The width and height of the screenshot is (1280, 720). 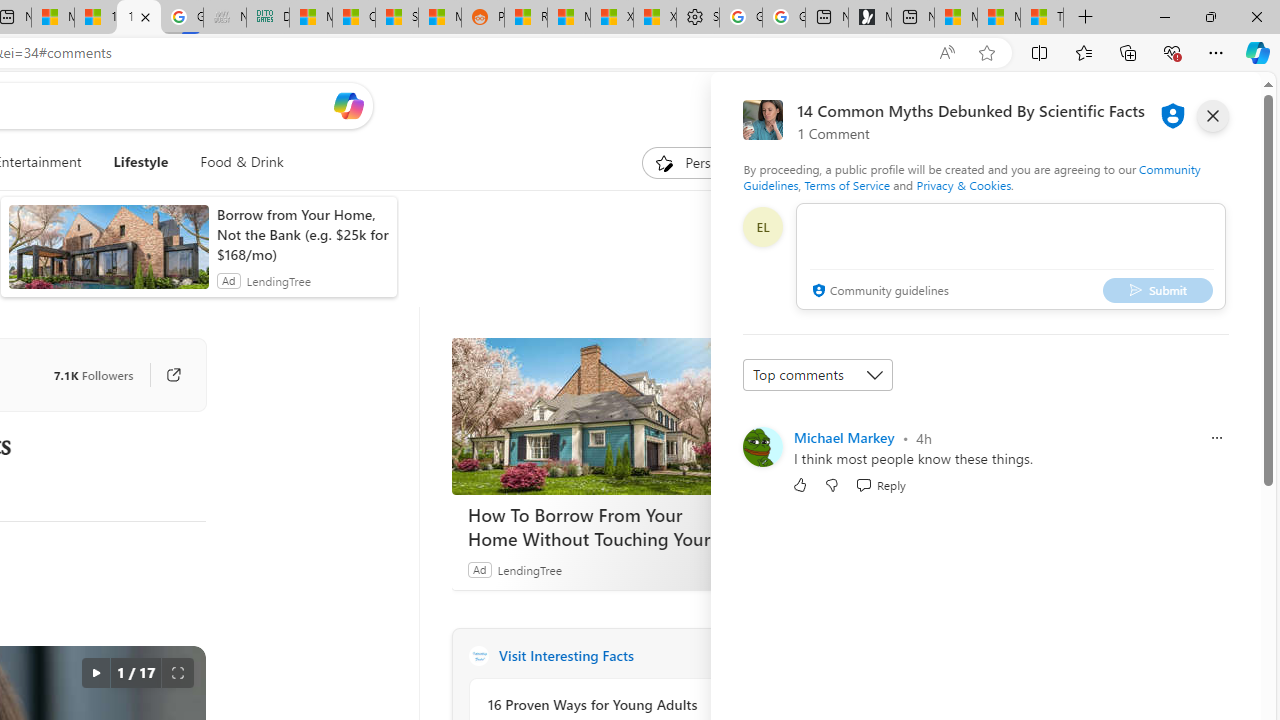 What do you see at coordinates (704, 162) in the screenshot?
I see `'Personalize'` at bounding box center [704, 162].